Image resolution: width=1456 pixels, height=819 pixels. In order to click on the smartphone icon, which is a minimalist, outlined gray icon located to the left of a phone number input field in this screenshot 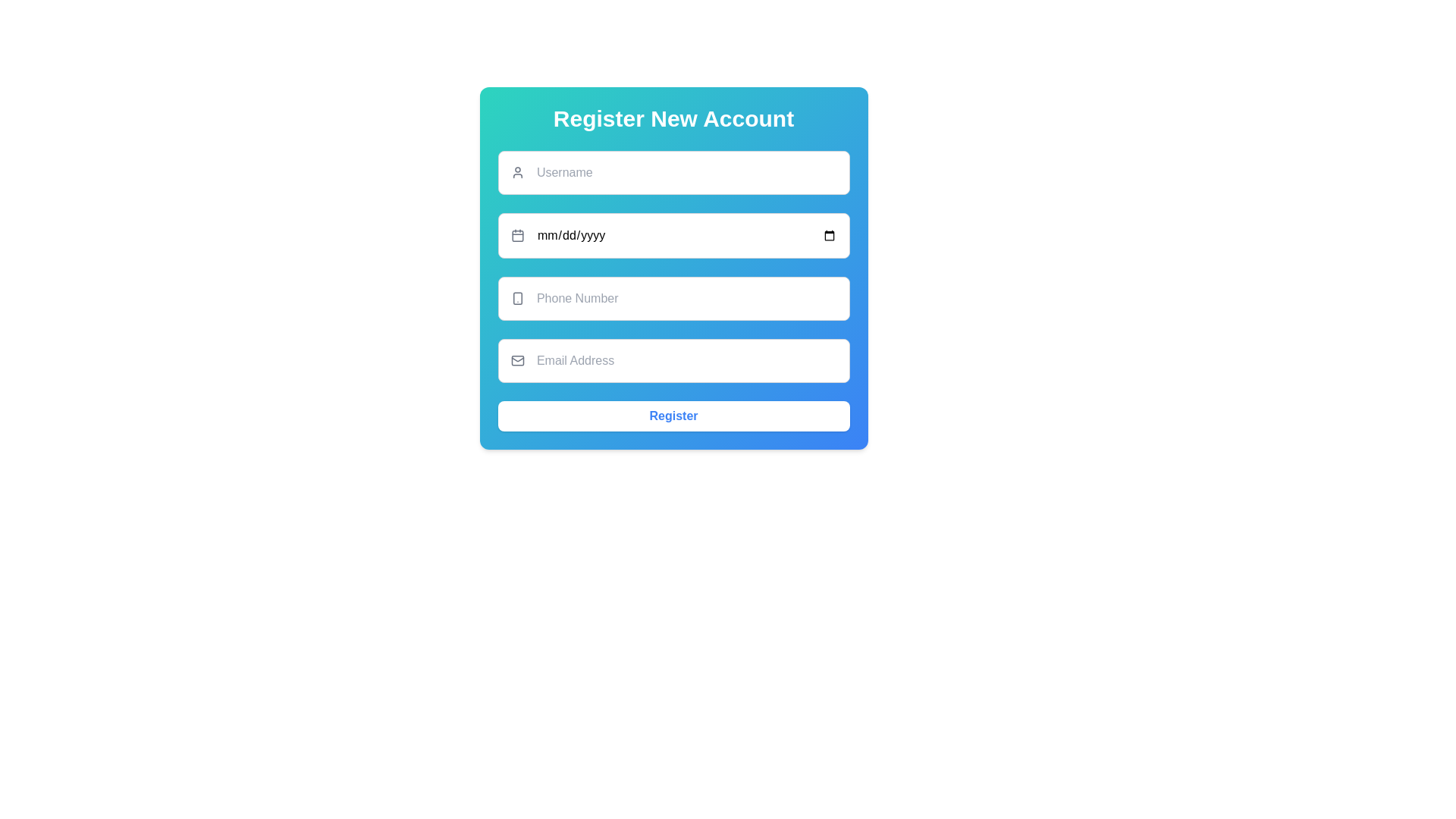, I will do `click(517, 298)`.